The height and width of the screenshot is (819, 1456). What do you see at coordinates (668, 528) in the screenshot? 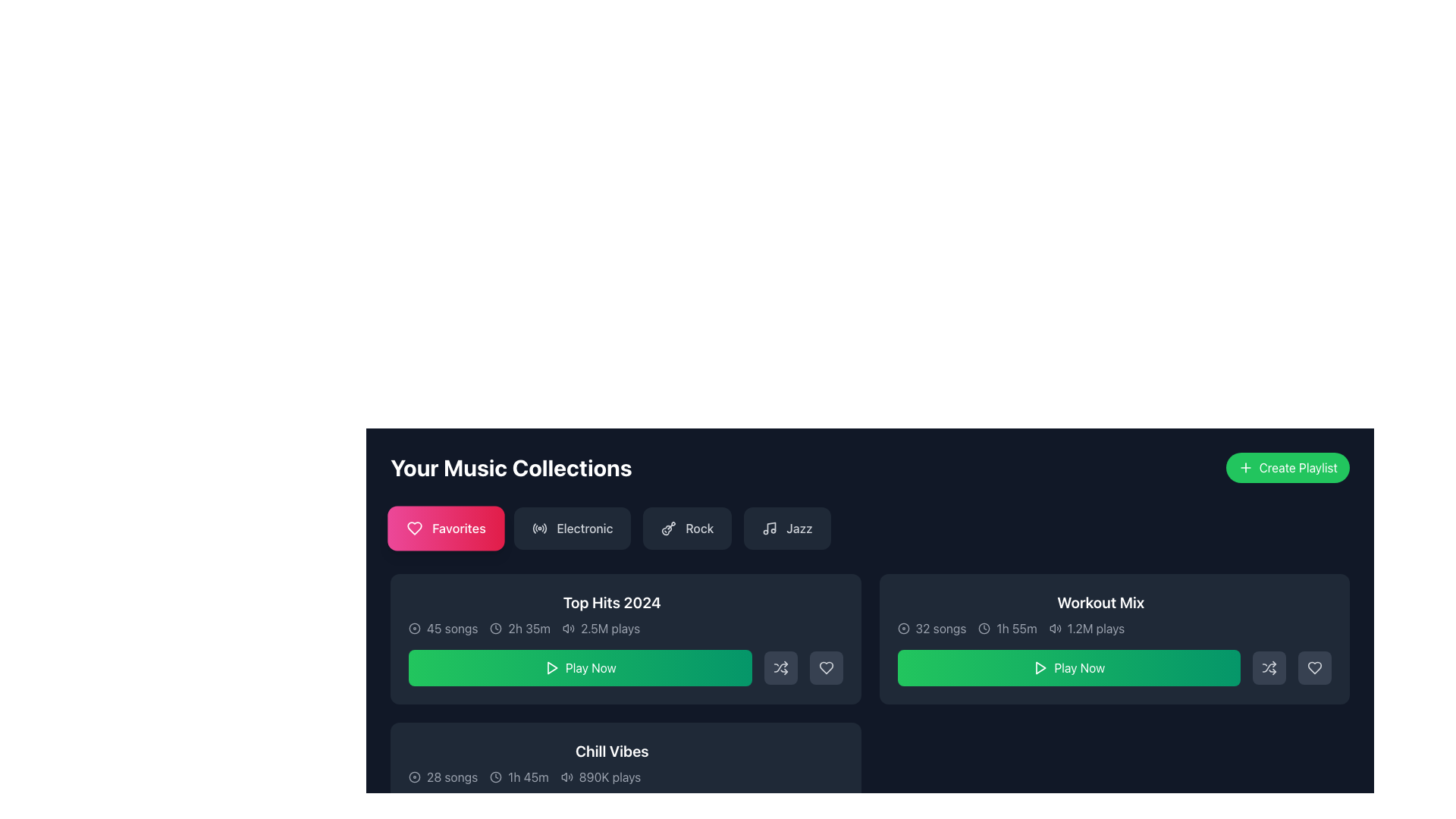
I see `the 'Rock' category button which contains a stylized guitar icon on its left side` at bounding box center [668, 528].